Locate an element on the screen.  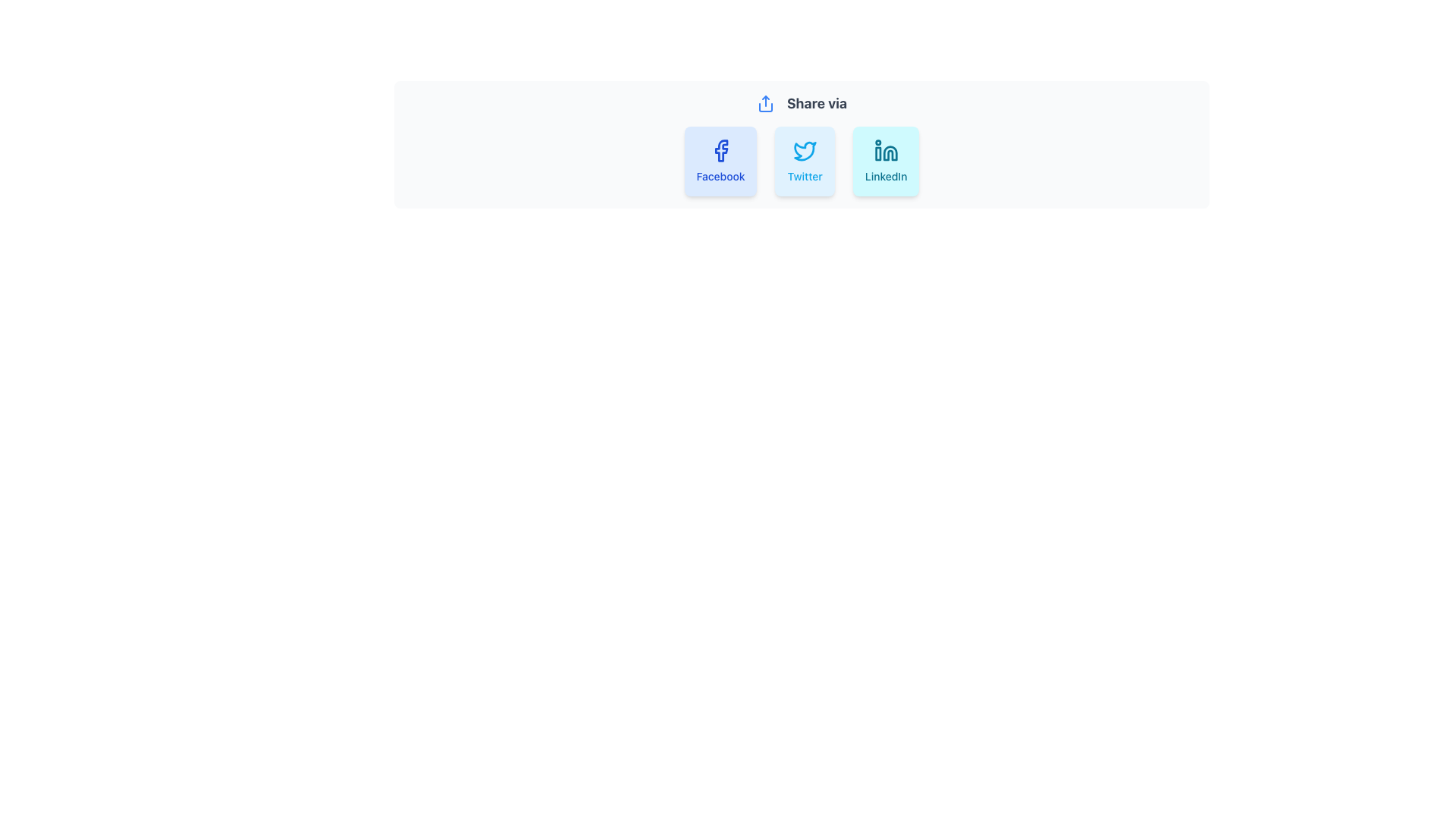
the Twitter share button, which is located in the middle of a group of three buttons is located at coordinates (804, 161).